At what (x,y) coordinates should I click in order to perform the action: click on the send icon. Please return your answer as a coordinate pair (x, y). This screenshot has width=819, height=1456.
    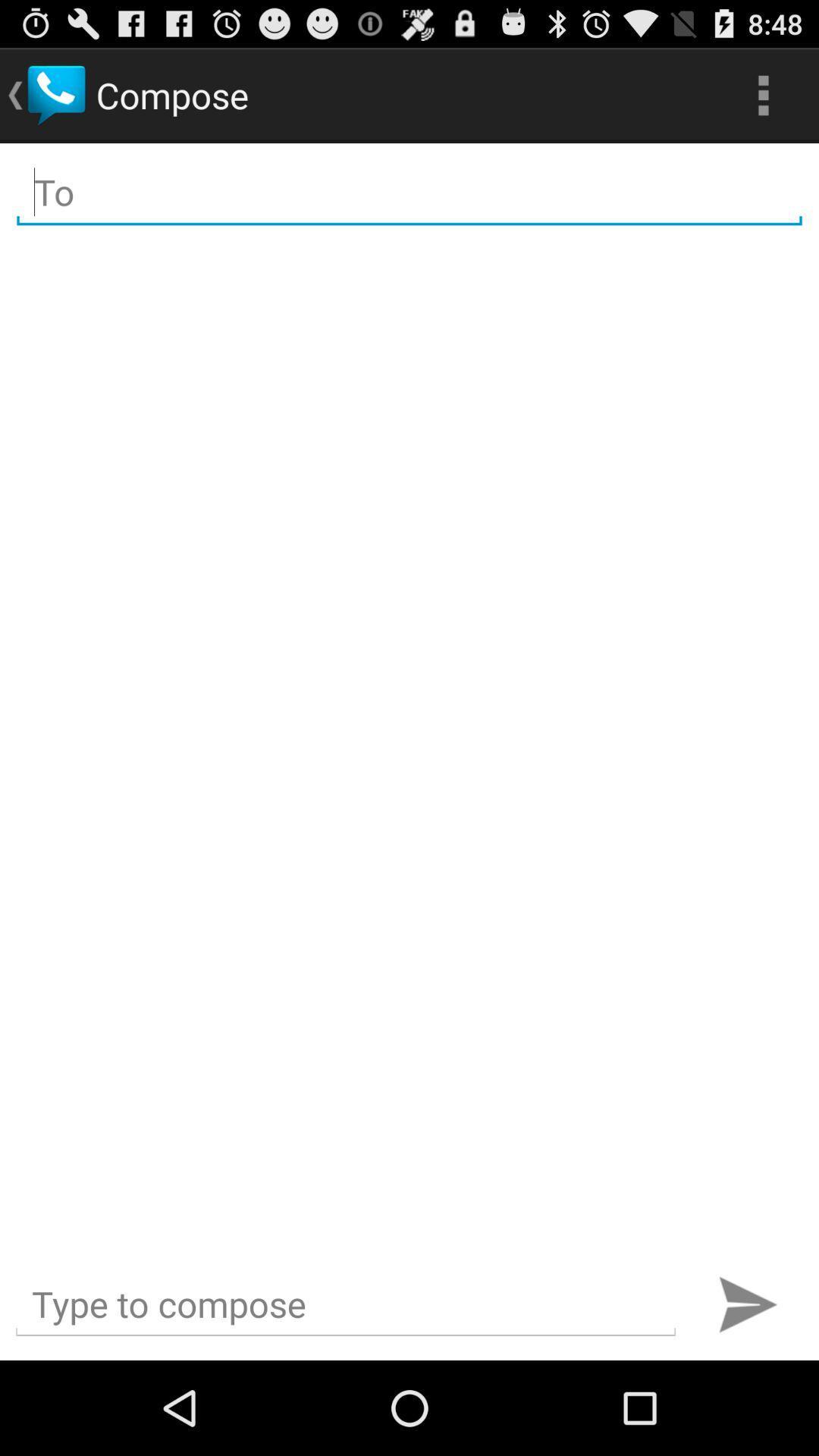
    Looking at the image, I should click on (746, 1395).